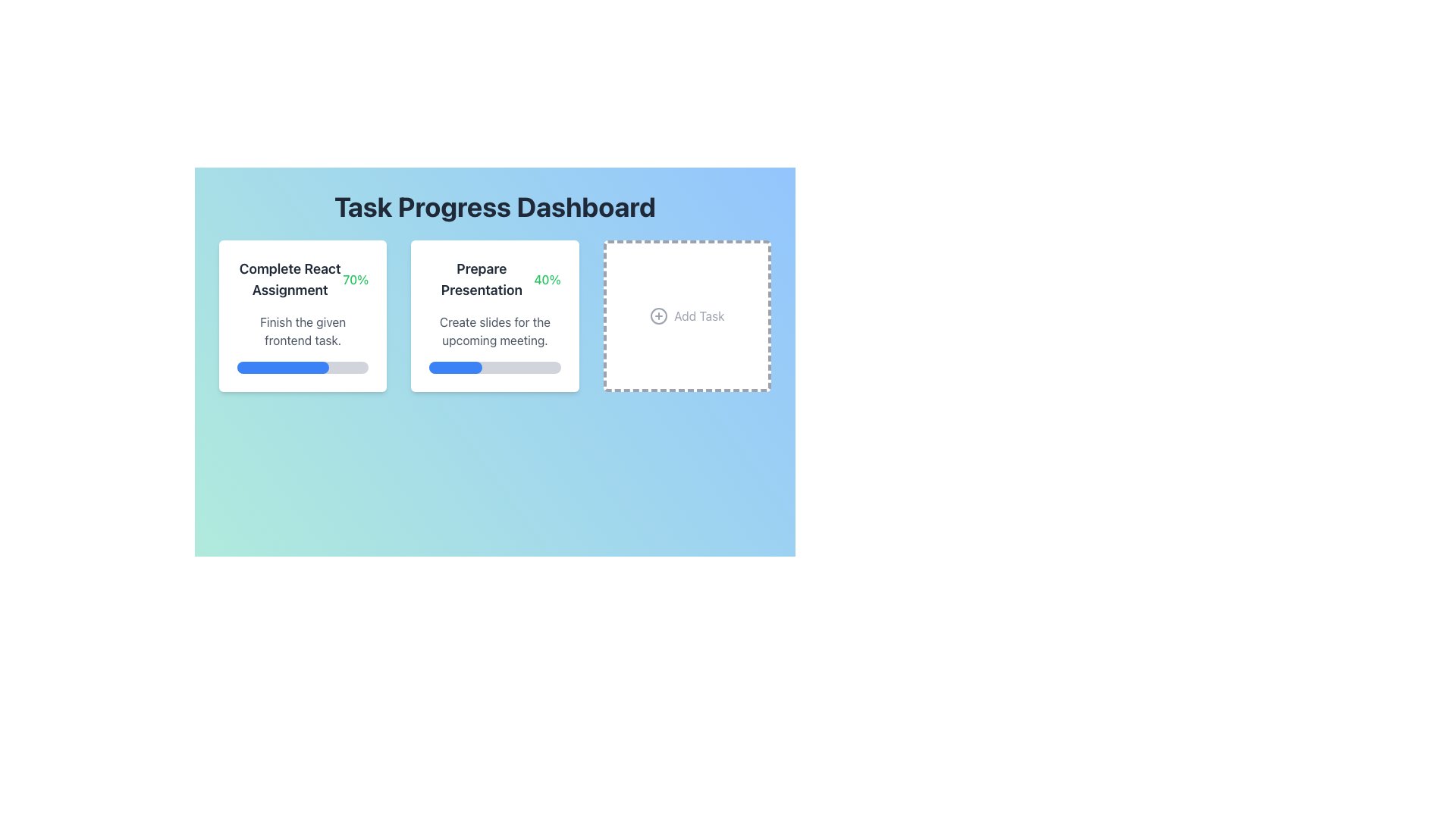 The height and width of the screenshot is (819, 1456). I want to click on the circular SVG element that is part of the 'Add Task' icon, located near the right side of the layout, so click(659, 315).